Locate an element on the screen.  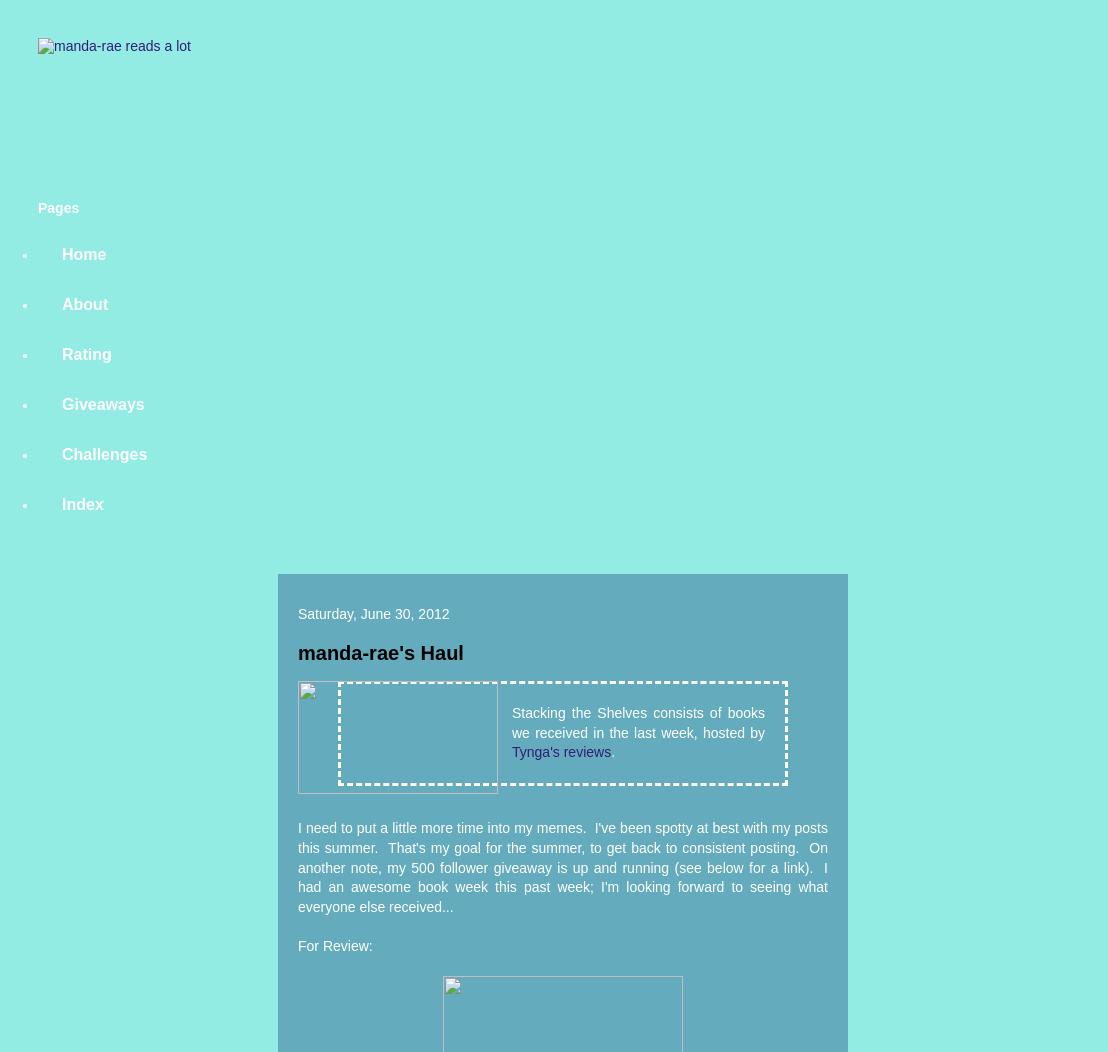
'Challenges' is located at coordinates (61, 454).